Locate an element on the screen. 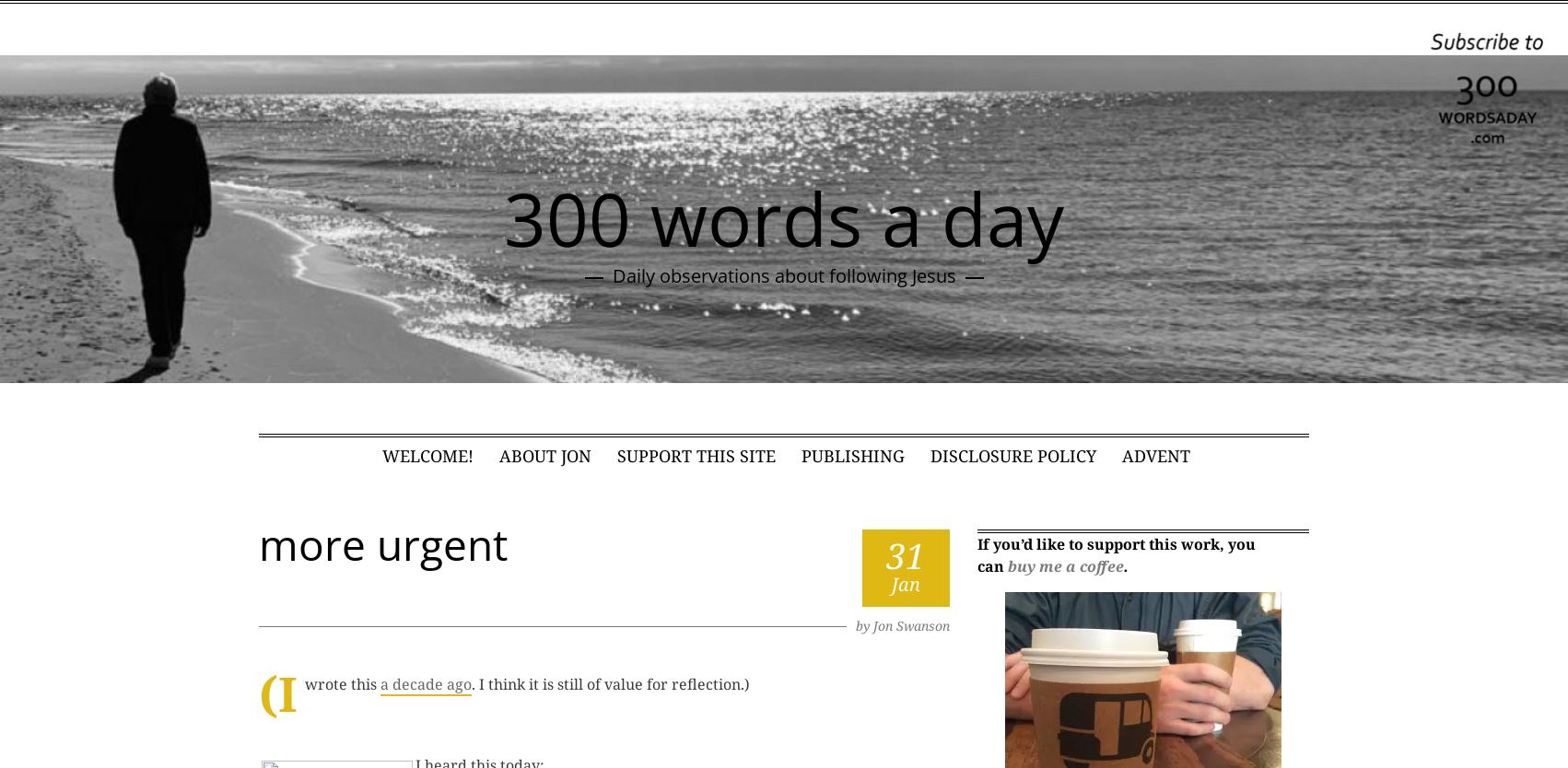 The height and width of the screenshot is (768, 1568). '.' is located at coordinates (1123, 564).